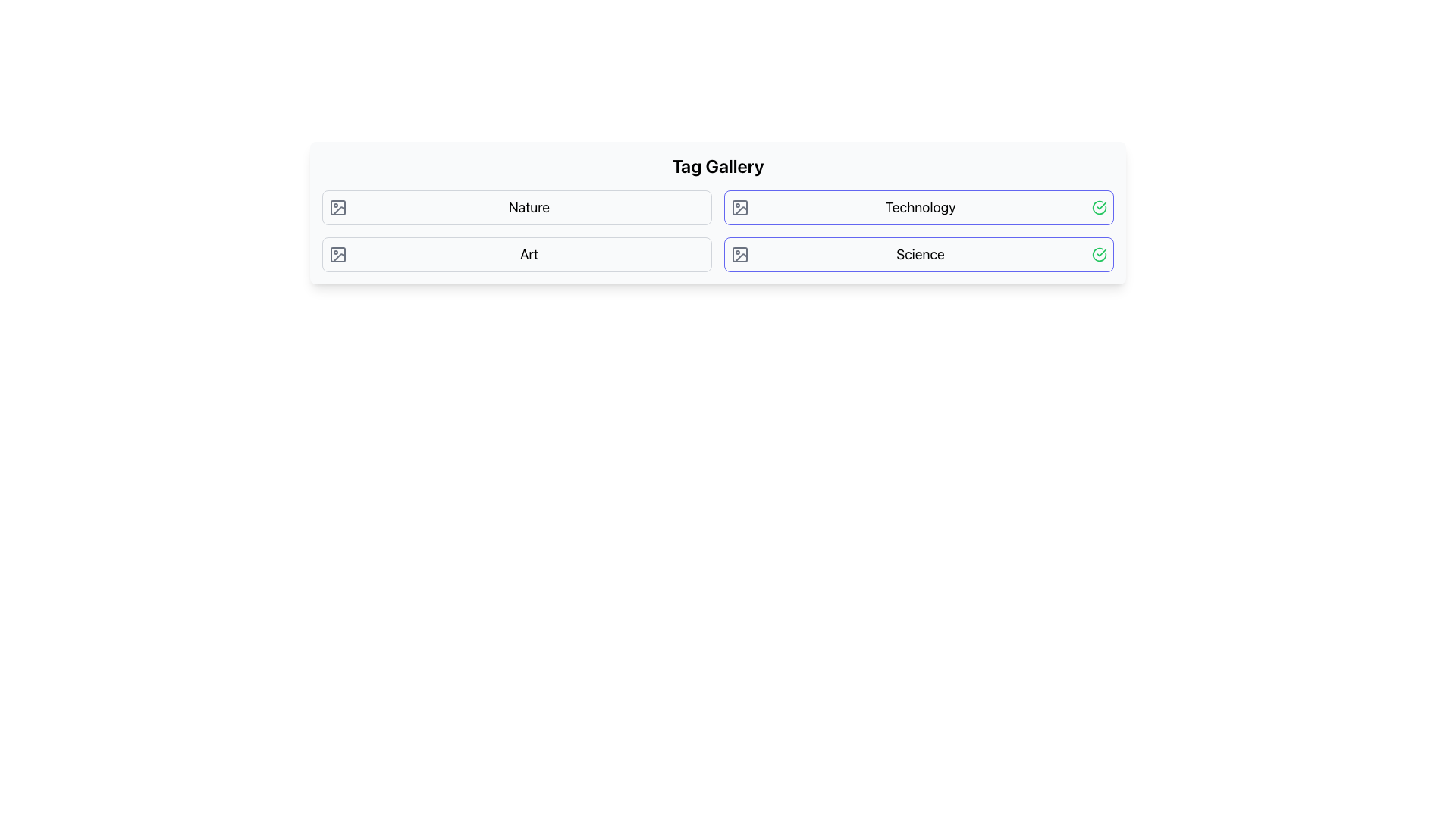  Describe the element at coordinates (337, 253) in the screenshot. I see `the compact square icon located to the left of the 'Art' text label, which features a gray-outlined image placeholder` at that location.